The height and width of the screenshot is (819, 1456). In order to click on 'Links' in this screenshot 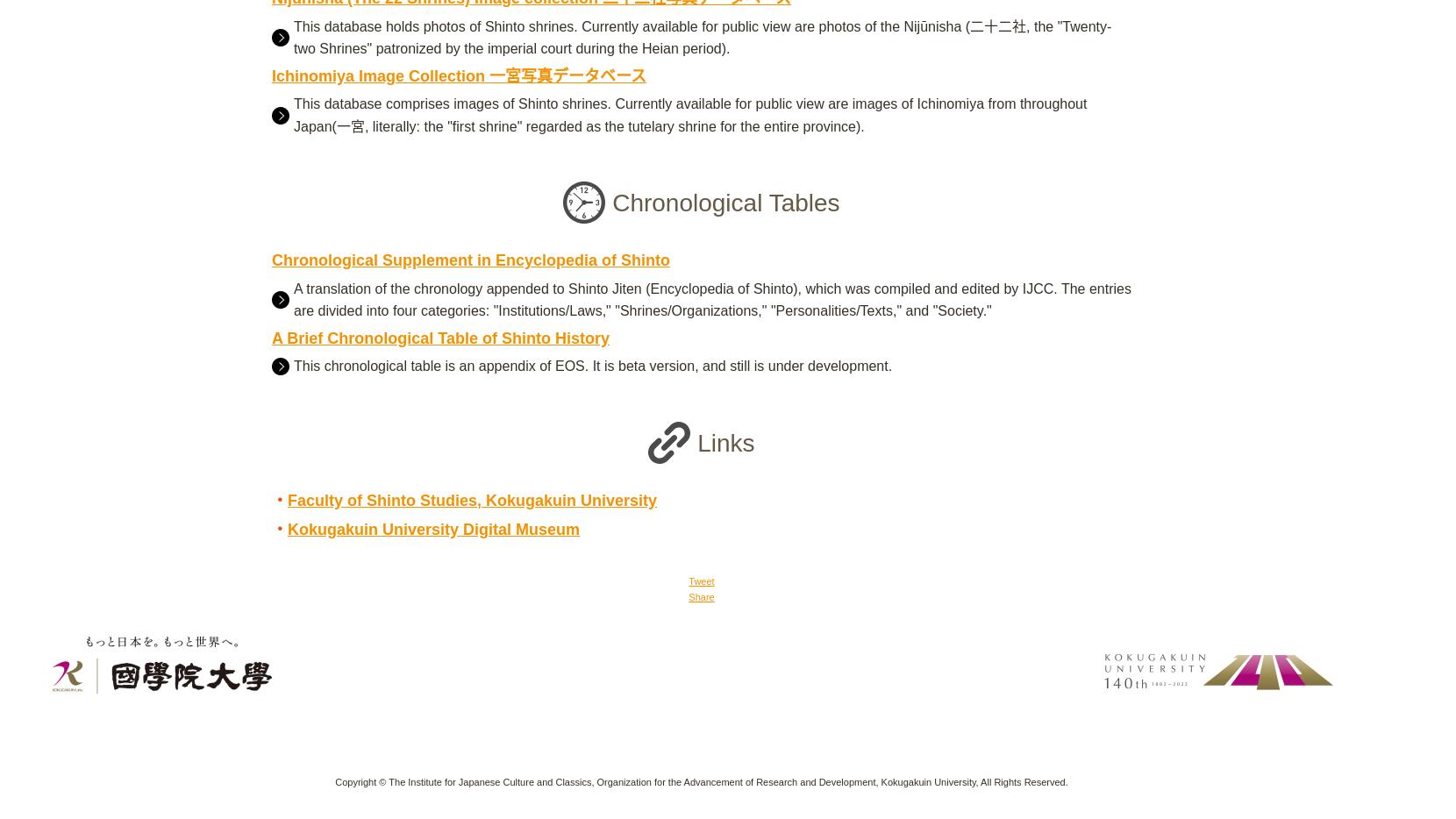, I will do `click(690, 441)`.